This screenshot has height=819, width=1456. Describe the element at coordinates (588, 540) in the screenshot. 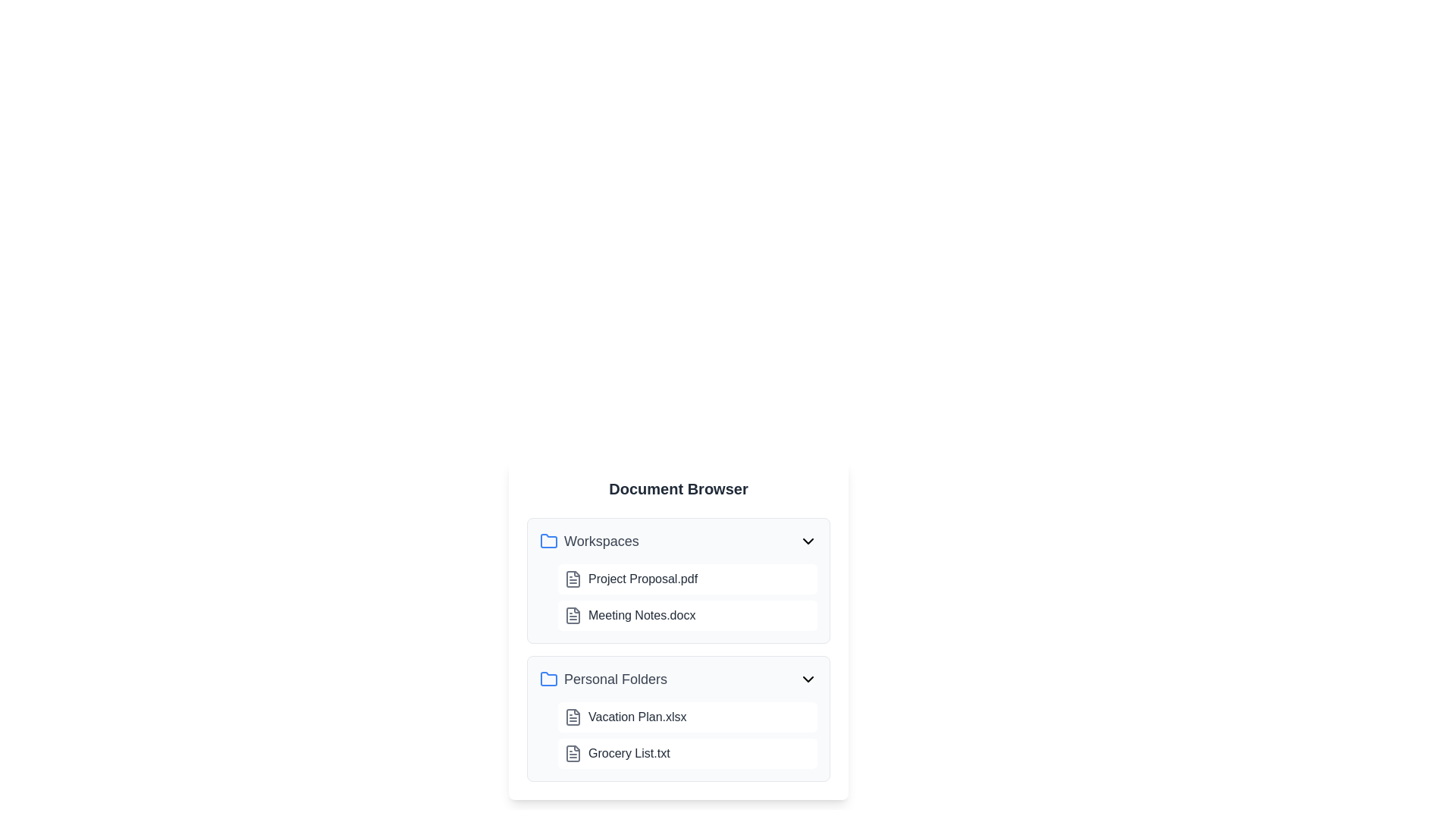

I see `the labeled folder item 'Workspaces' located in the upper section of the document browser` at that location.